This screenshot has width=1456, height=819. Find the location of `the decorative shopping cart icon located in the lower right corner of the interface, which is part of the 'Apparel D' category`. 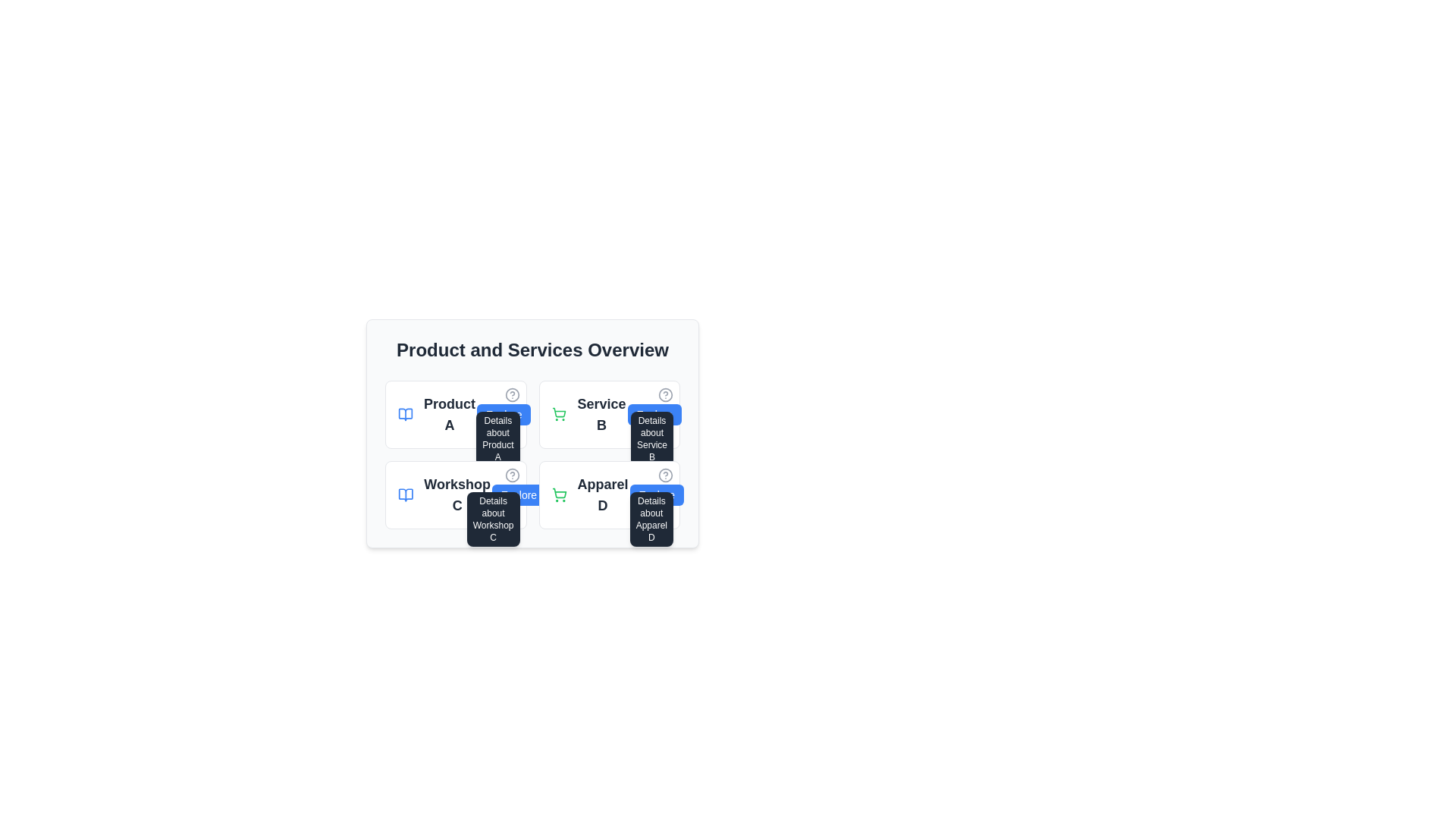

the decorative shopping cart icon located in the lower right corner of the interface, which is part of the 'Apparel D' category is located at coordinates (558, 413).